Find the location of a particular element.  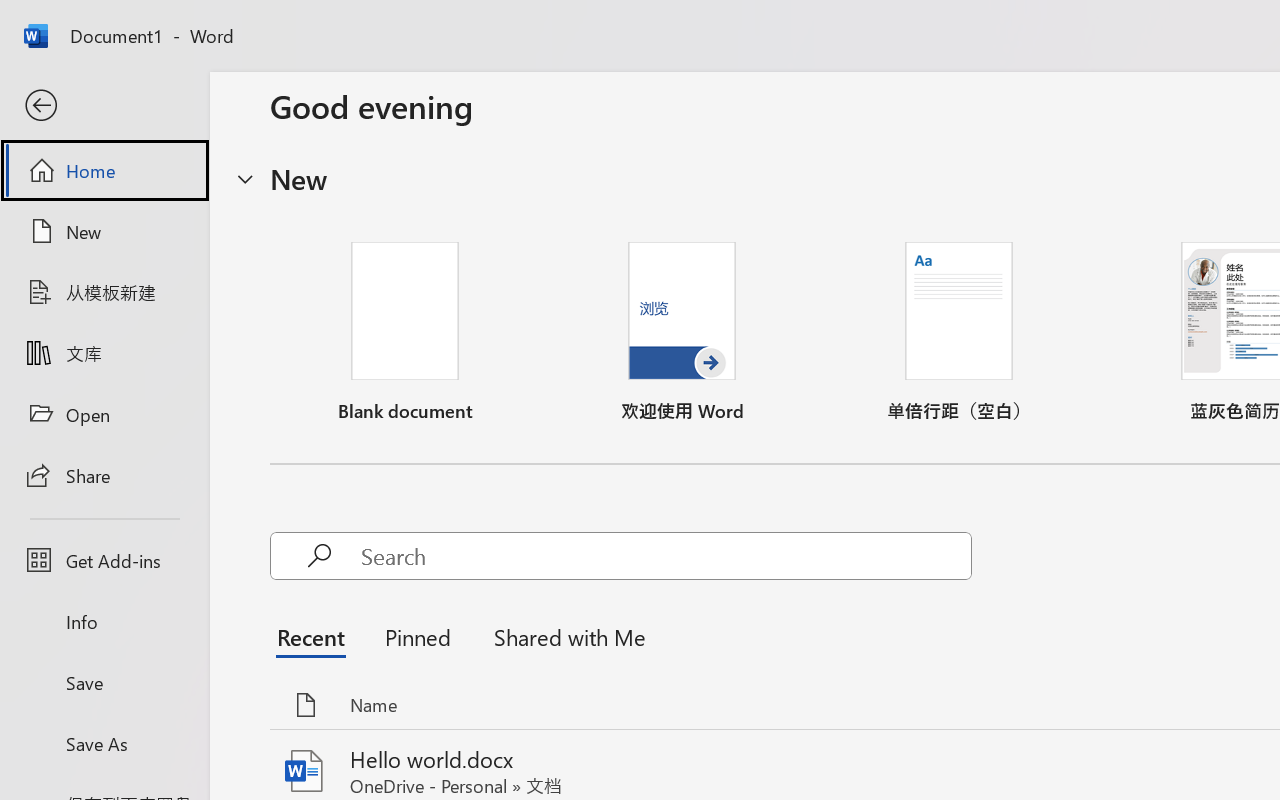

'Blank document' is located at coordinates (404, 331).